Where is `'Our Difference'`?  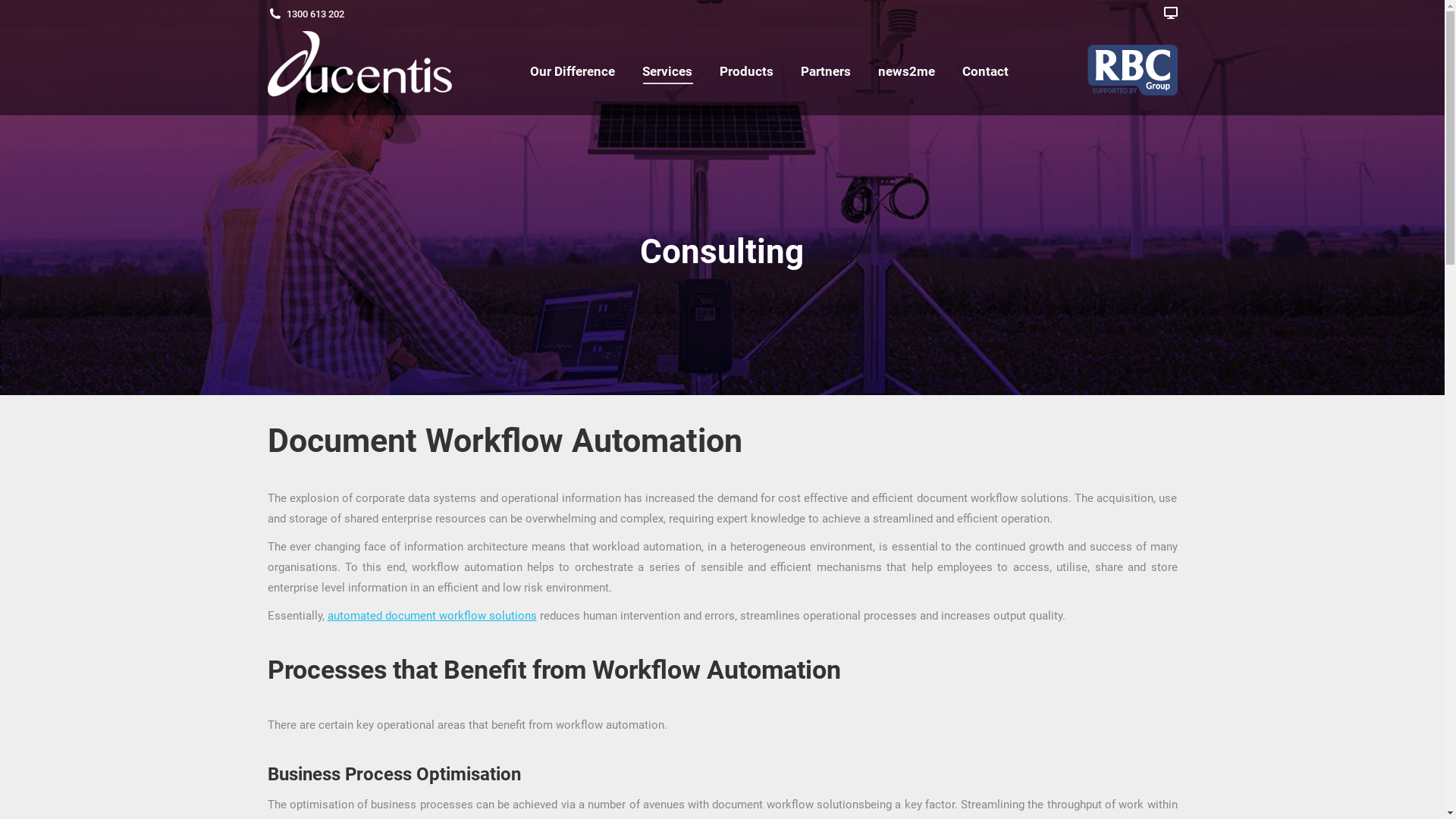 'Our Difference' is located at coordinates (571, 71).